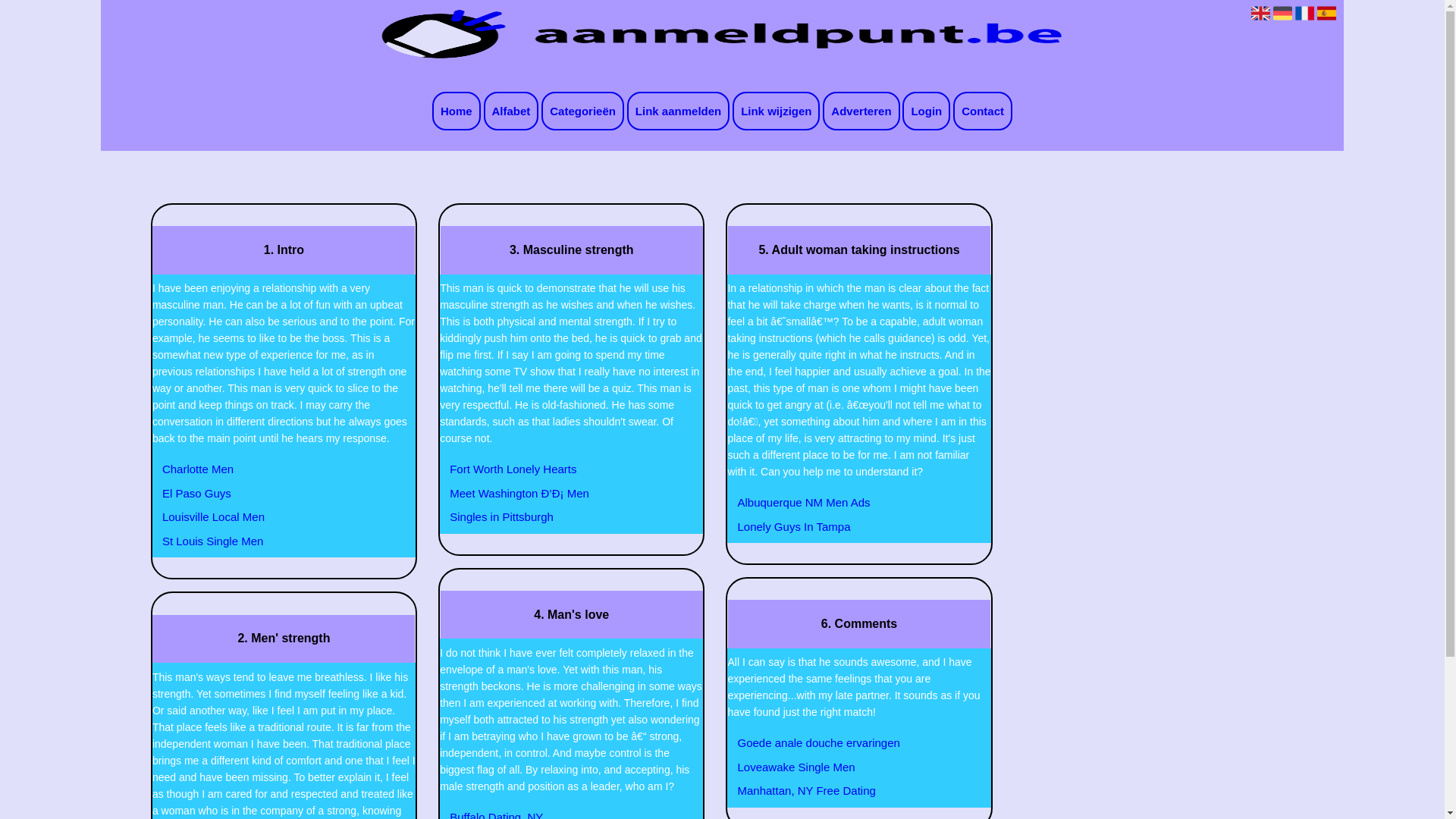 The width and height of the screenshot is (1456, 819). I want to click on 'Contact', so click(983, 110).